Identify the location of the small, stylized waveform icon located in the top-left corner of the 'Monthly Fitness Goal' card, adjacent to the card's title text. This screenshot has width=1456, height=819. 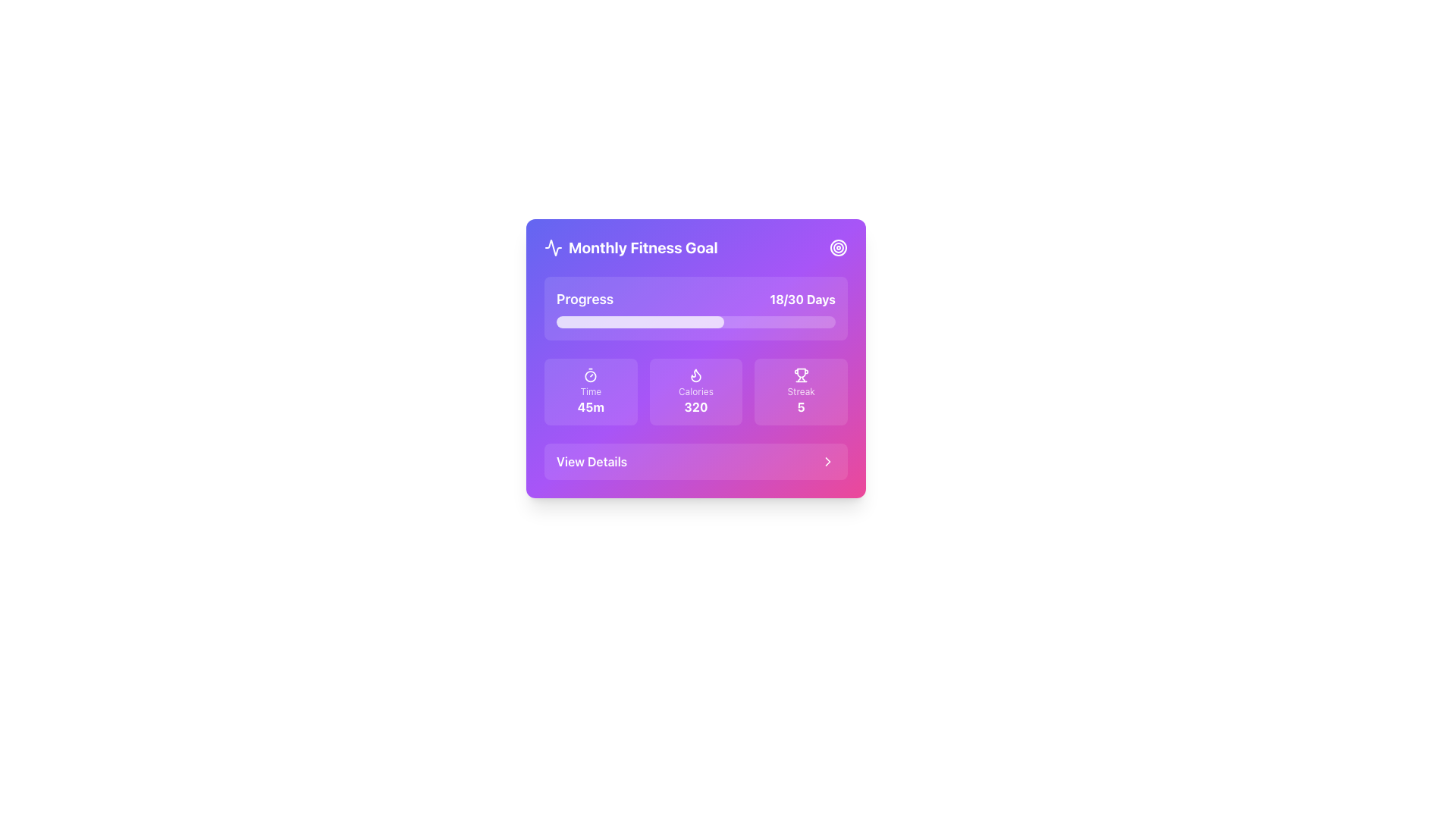
(552, 247).